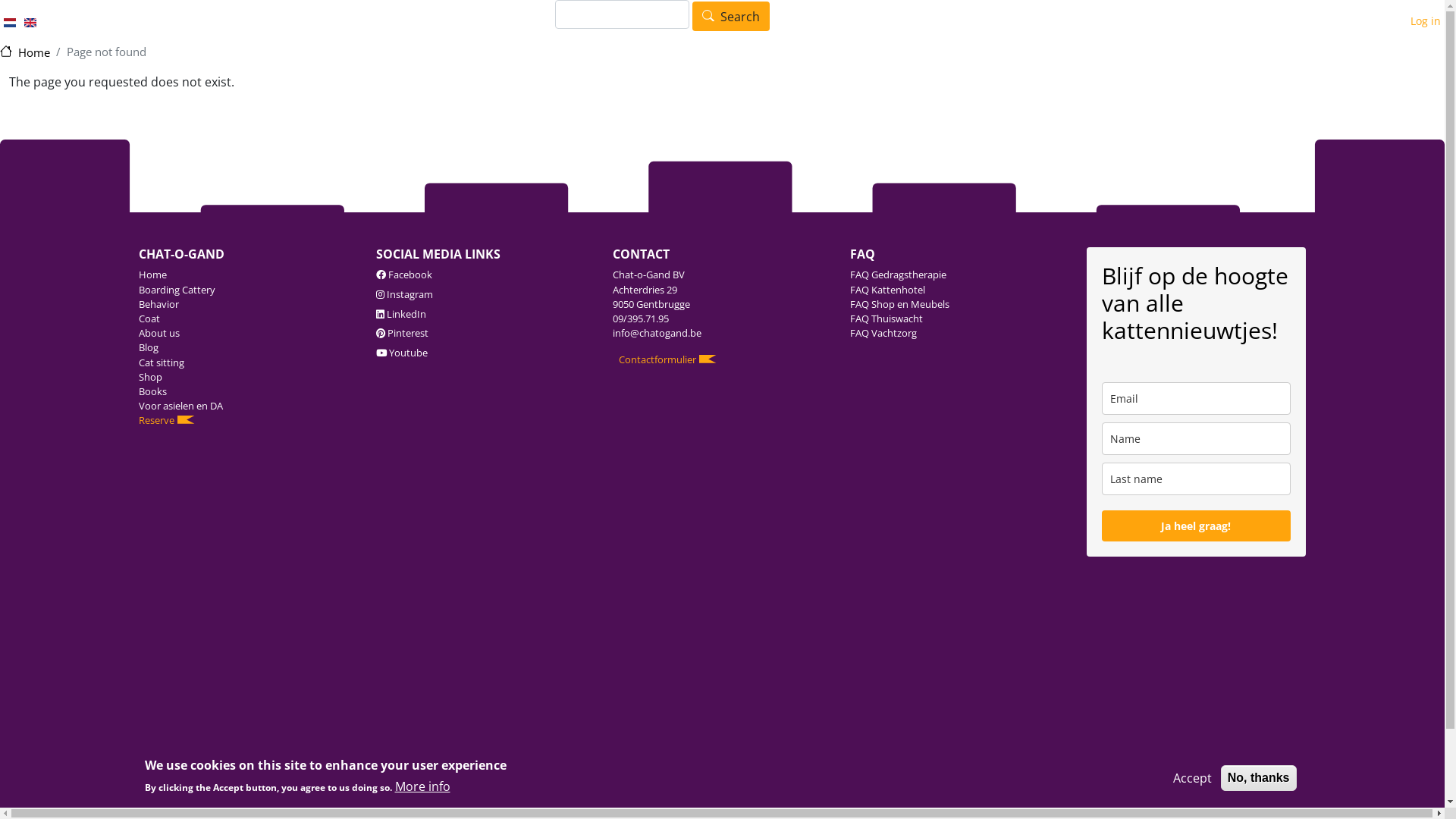 This screenshot has width=1456, height=819. Describe the element at coordinates (422, 786) in the screenshot. I see `'More info'` at that location.